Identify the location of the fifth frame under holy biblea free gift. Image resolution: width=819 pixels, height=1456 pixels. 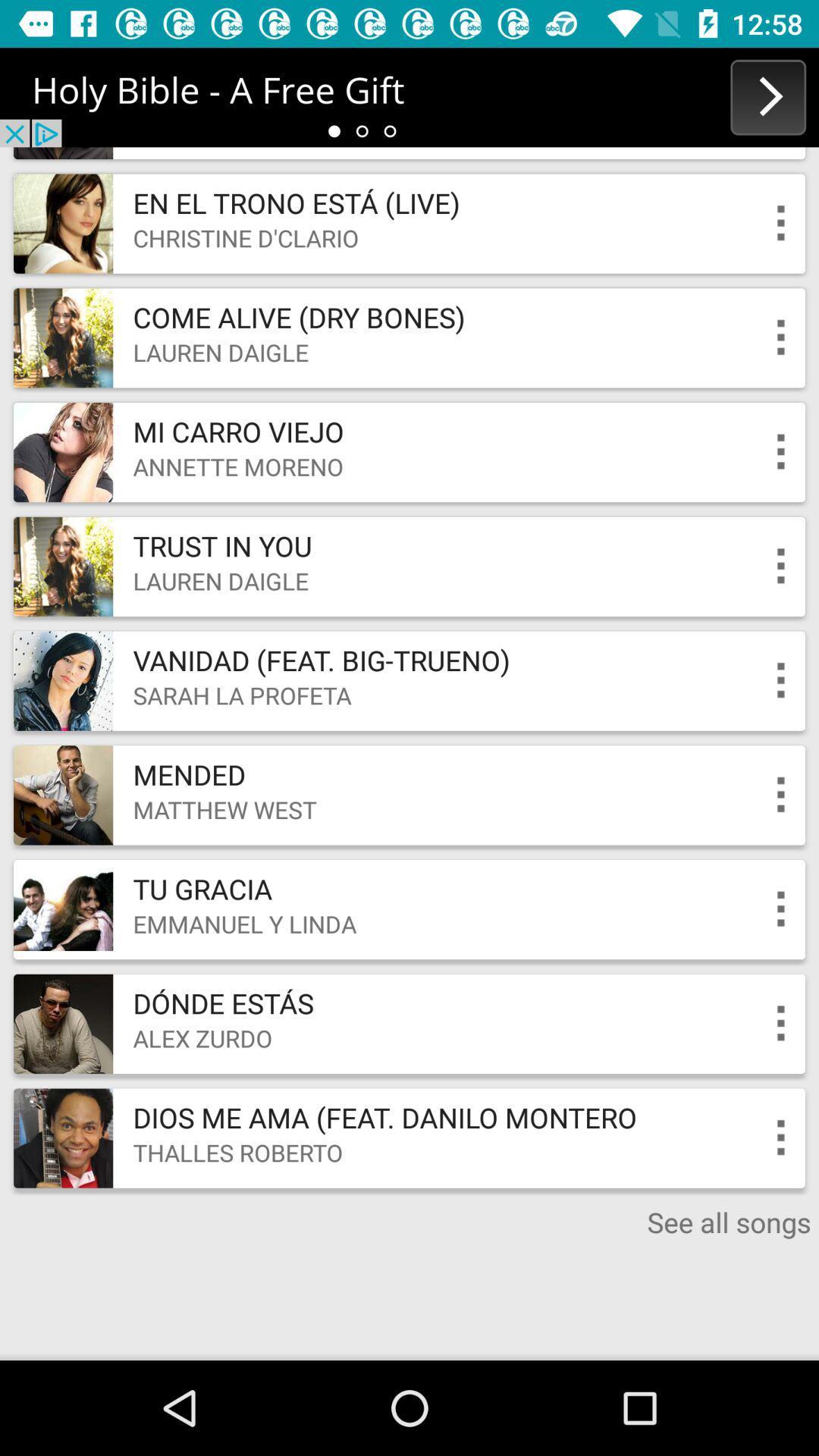
(409, 680).